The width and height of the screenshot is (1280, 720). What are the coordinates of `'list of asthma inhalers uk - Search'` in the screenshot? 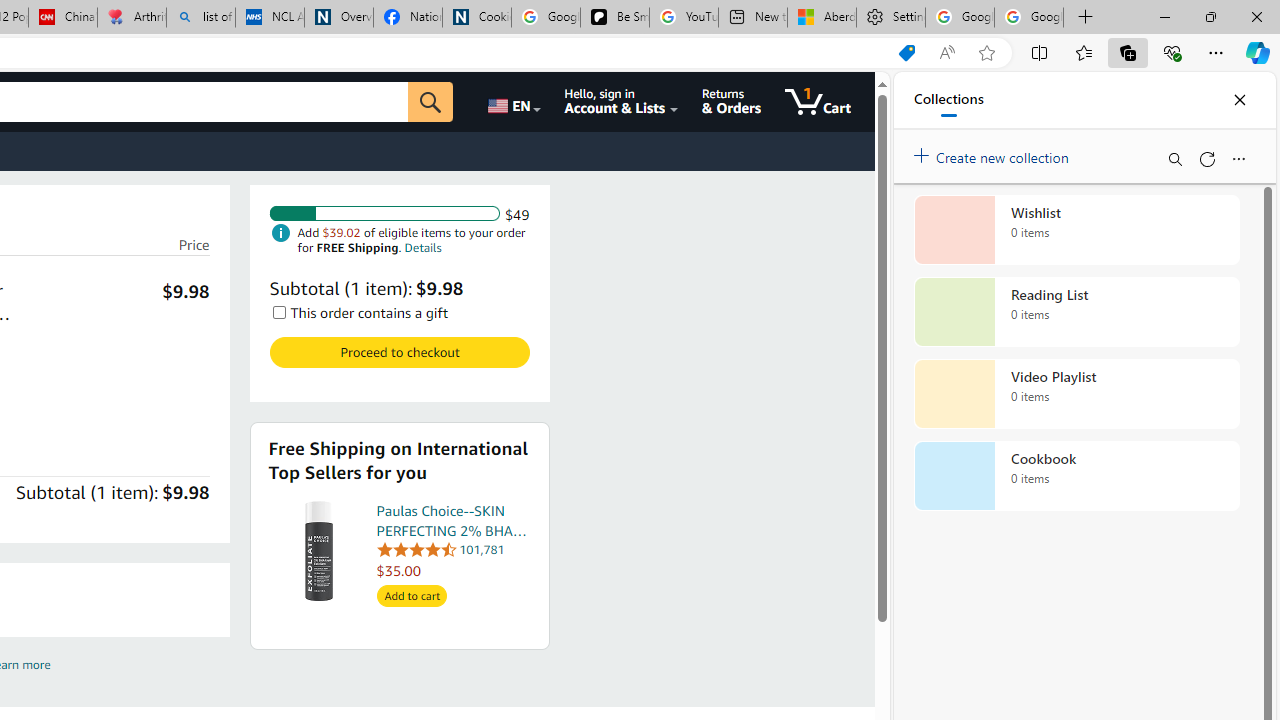 It's located at (200, 17).